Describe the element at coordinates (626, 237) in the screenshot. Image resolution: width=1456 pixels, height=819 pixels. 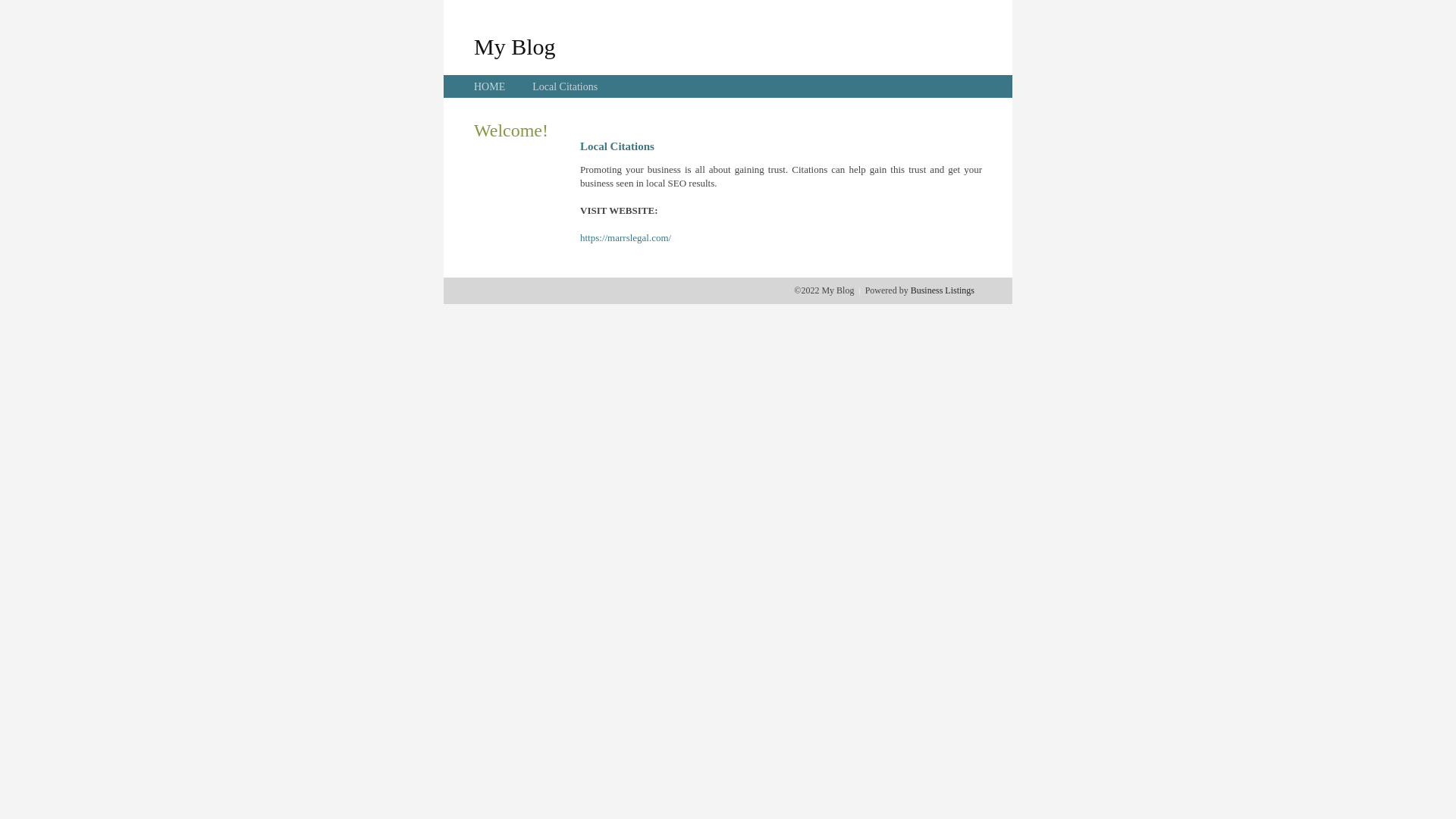
I see `'https://marrslegal.com/'` at that location.